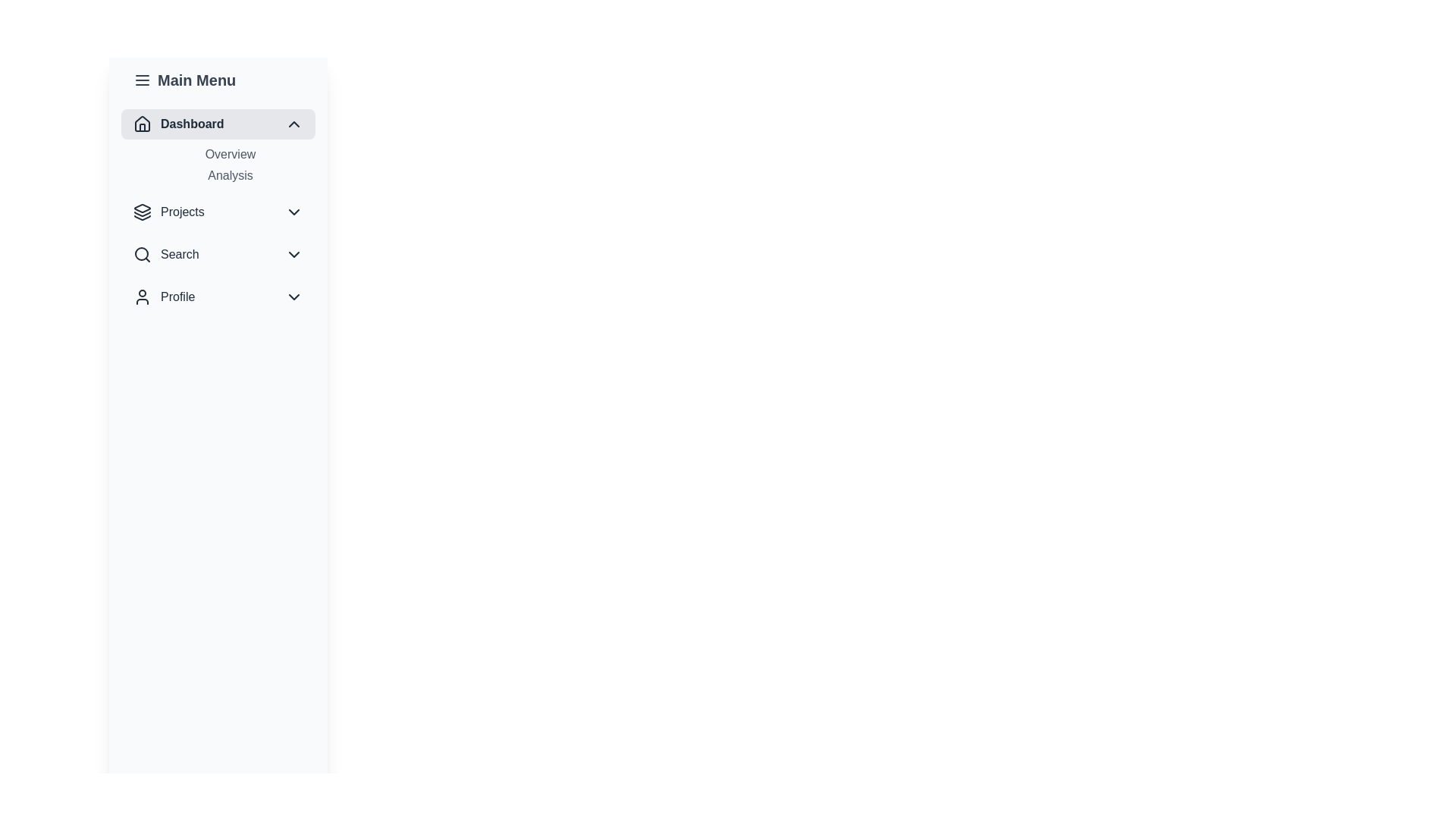 The width and height of the screenshot is (1456, 819). Describe the element at coordinates (142, 297) in the screenshot. I see `the user profile icon located in the navigation sidebar, situated beneath 'Projects' and 'Search', directly preceding the text 'Profile'` at that location.